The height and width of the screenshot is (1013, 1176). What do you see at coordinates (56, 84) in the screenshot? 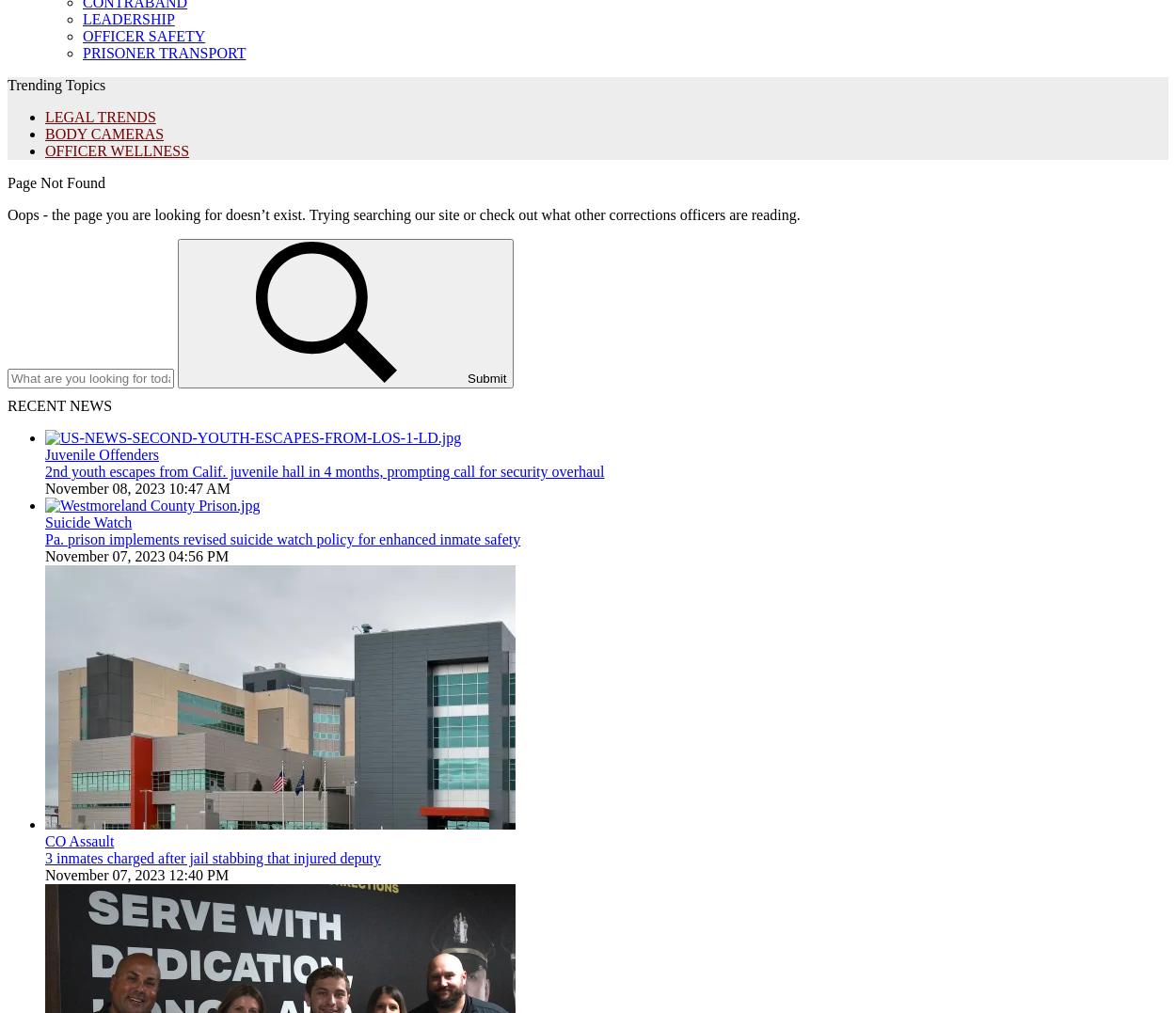
I see `'Trending Topics'` at bounding box center [56, 84].